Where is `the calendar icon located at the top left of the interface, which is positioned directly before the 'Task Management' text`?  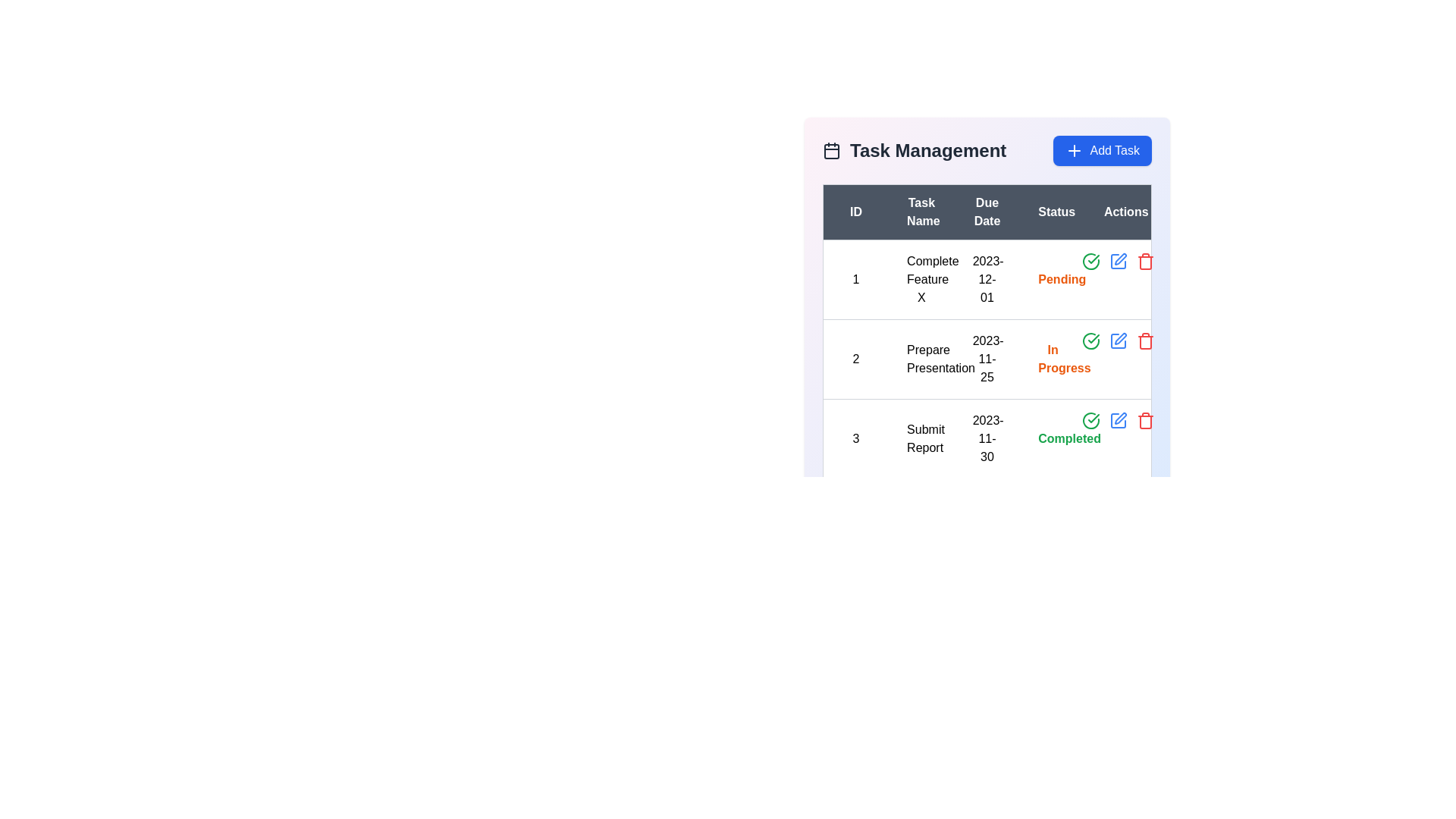 the calendar icon located at the top left of the interface, which is positioned directly before the 'Task Management' text is located at coordinates (831, 151).